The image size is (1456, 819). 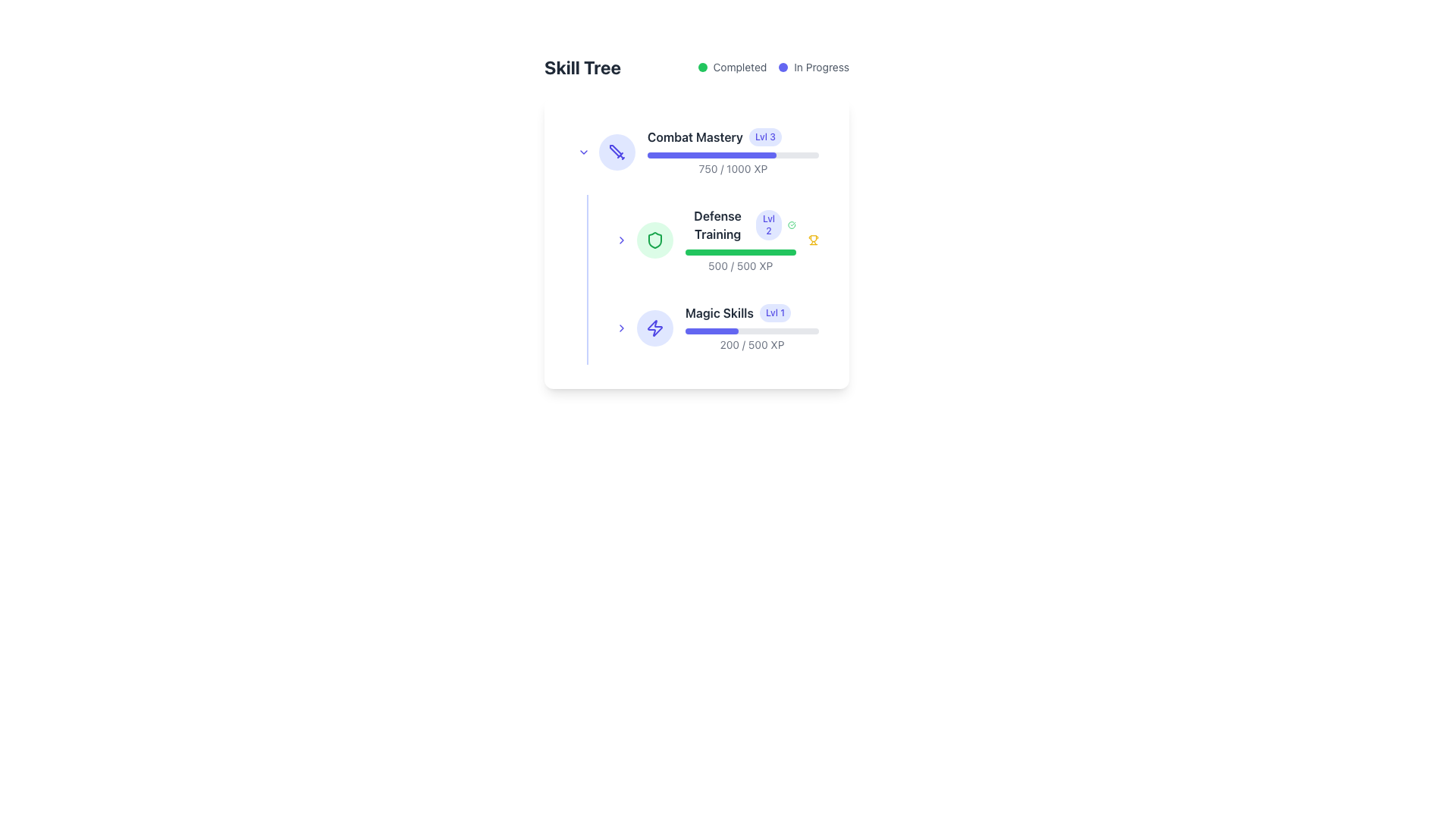 What do you see at coordinates (655, 327) in the screenshot?
I see `the 'Magic Skills' icon located in the lower section of the skill tree interface, adjacent to the 'Magic Skills' section, by moving the cursor to its center point` at bounding box center [655, 327].